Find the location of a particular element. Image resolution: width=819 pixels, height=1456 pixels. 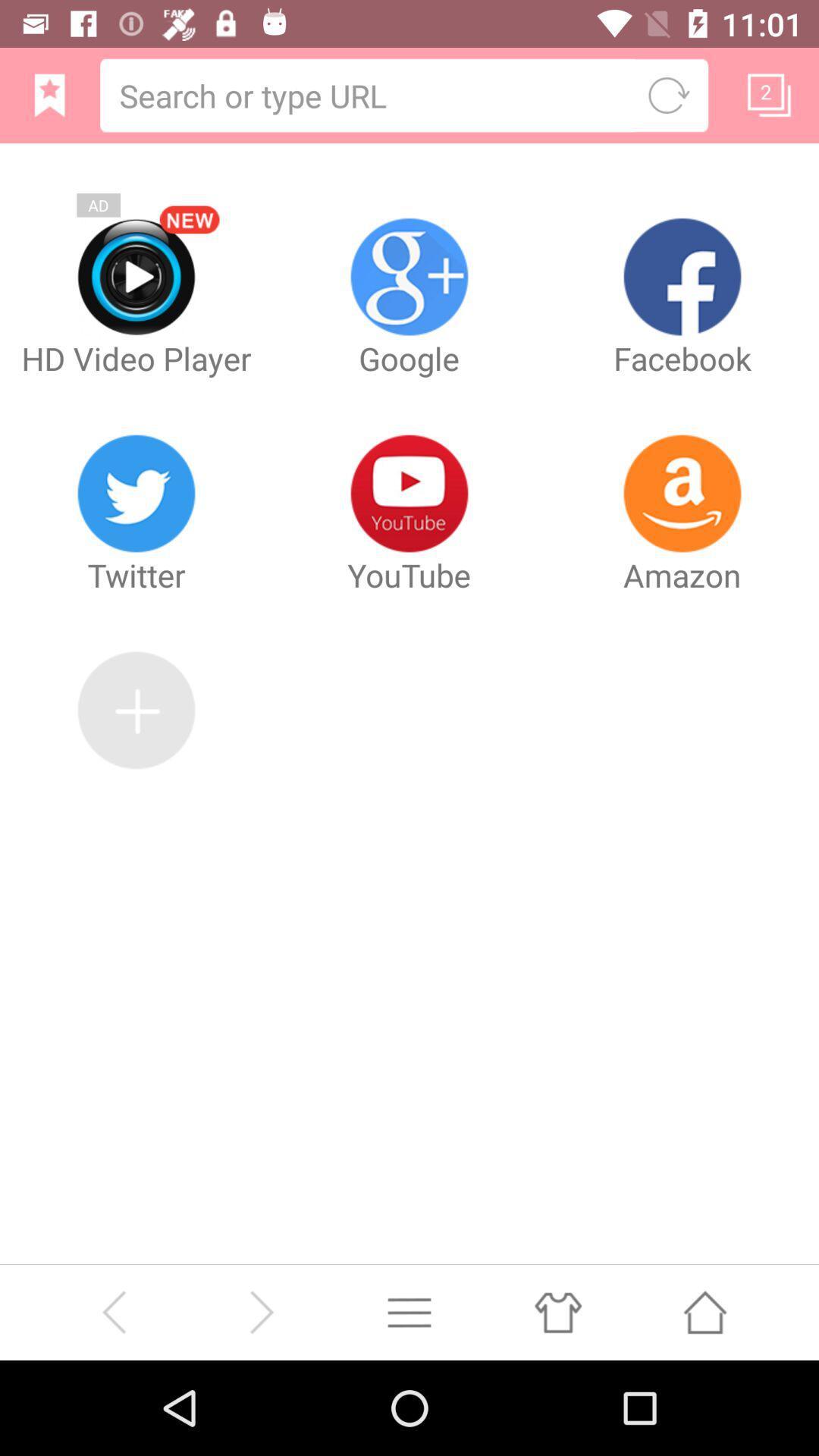

the group icon is located at coordinates (557, 1404).